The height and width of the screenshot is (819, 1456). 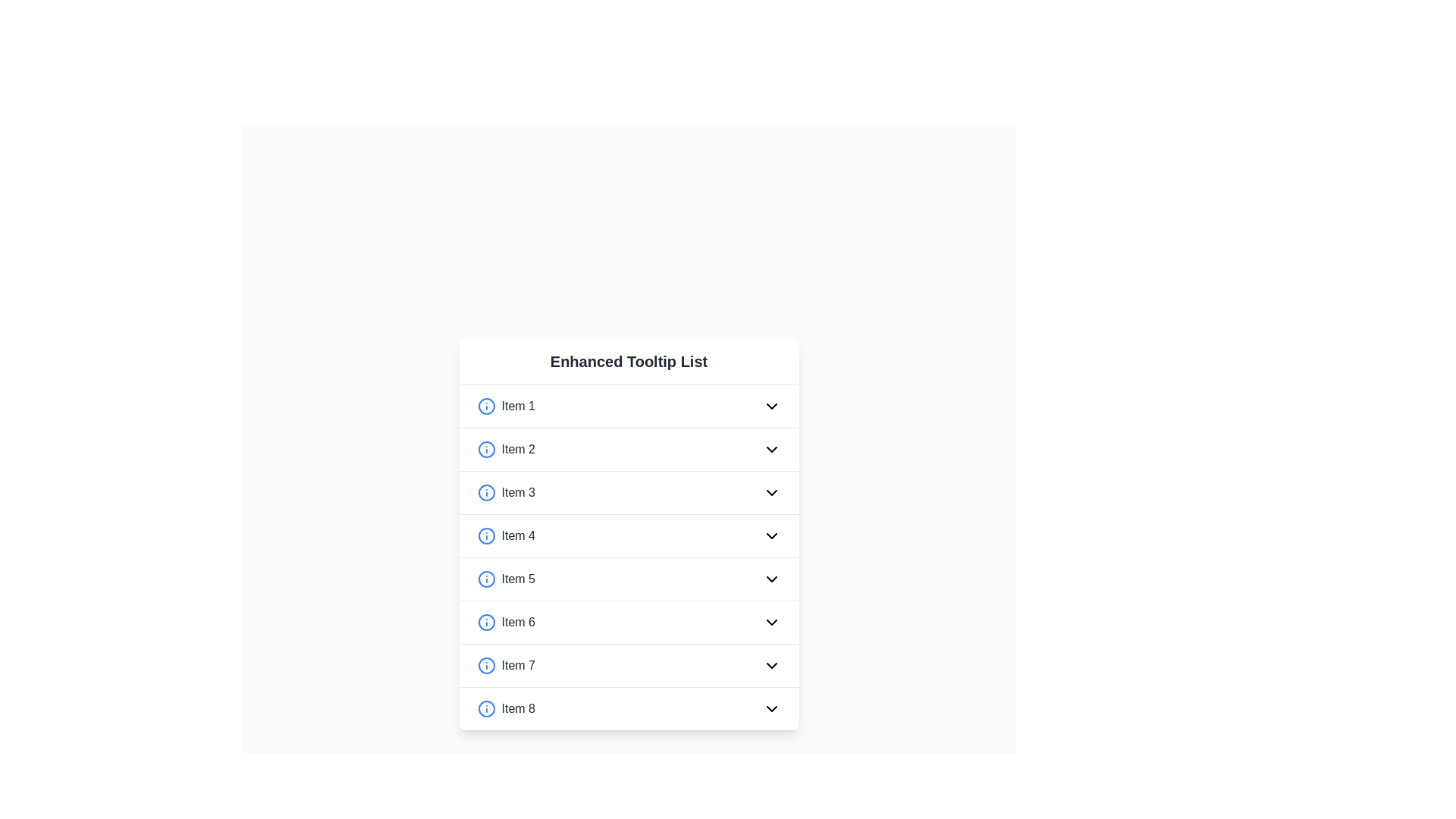 What do you see at coordinates (506, 708) in the screenshot?
I see `the 'Item 8' in the 'Enhanced Tooltip List' card component, which is positioned at the bottom of the list and directly below 'Item 7'` at bounding box center [506, 708].